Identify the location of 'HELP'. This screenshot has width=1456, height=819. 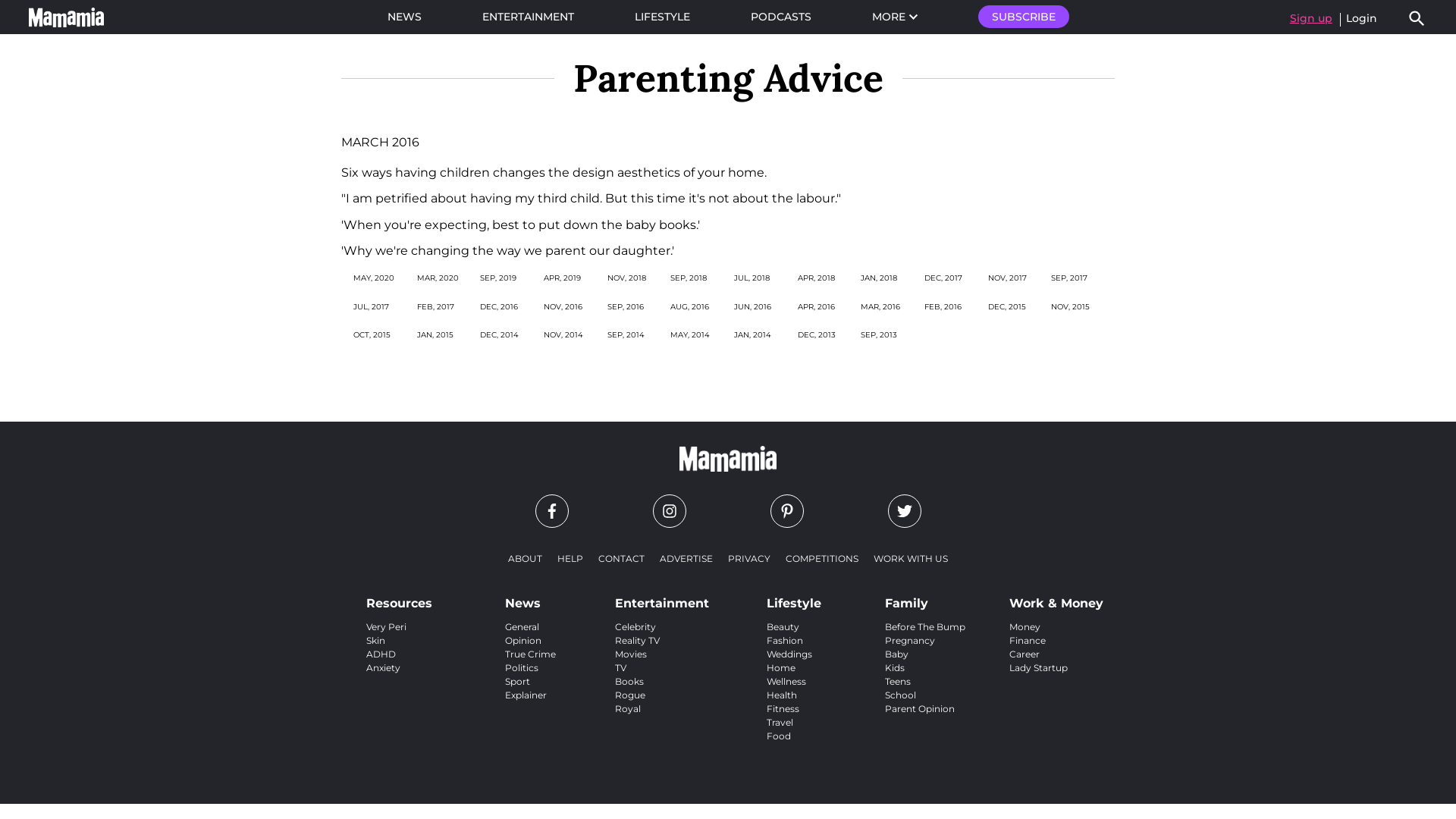
(570, 558).